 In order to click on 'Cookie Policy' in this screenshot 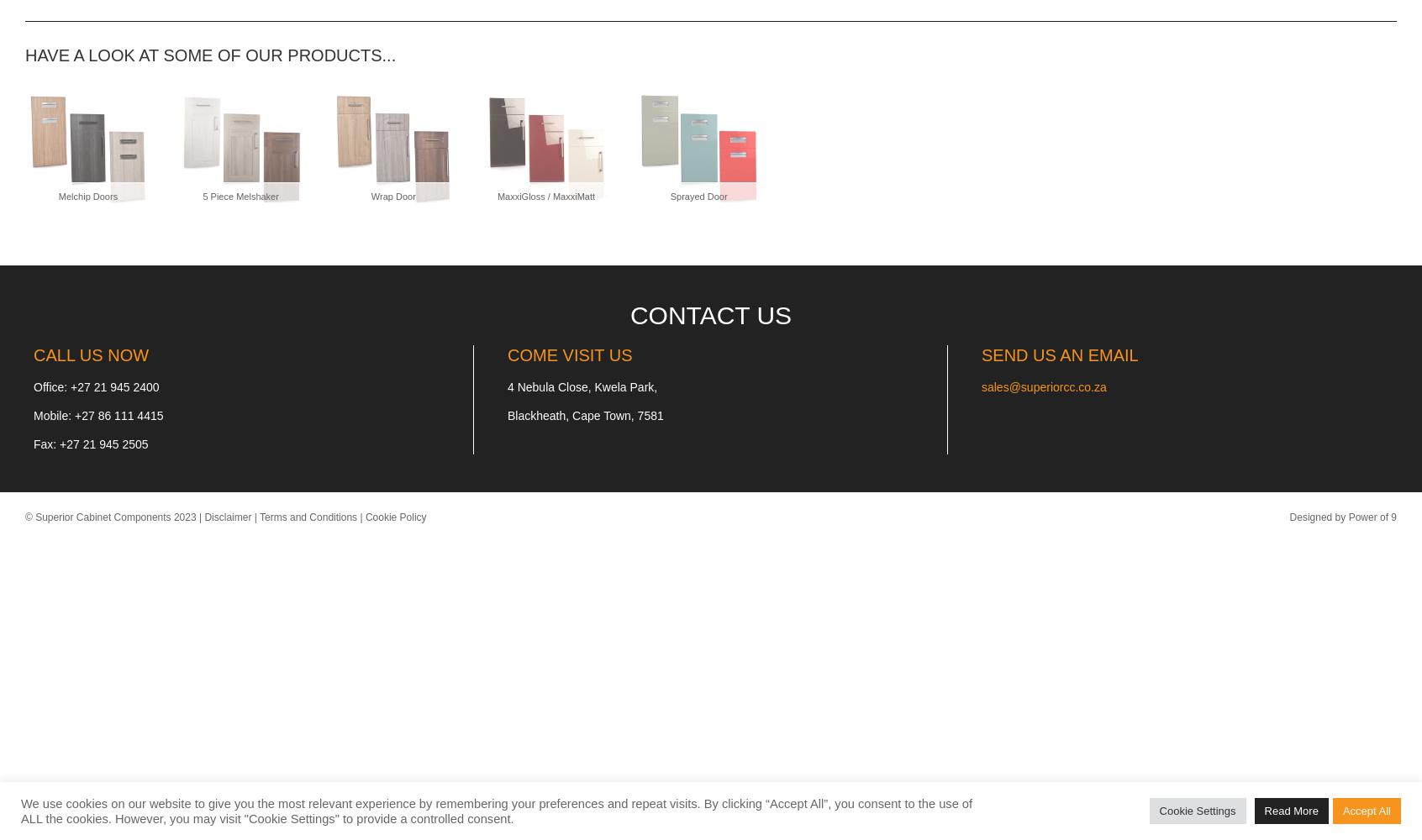, I will do `click(394, 517)`.